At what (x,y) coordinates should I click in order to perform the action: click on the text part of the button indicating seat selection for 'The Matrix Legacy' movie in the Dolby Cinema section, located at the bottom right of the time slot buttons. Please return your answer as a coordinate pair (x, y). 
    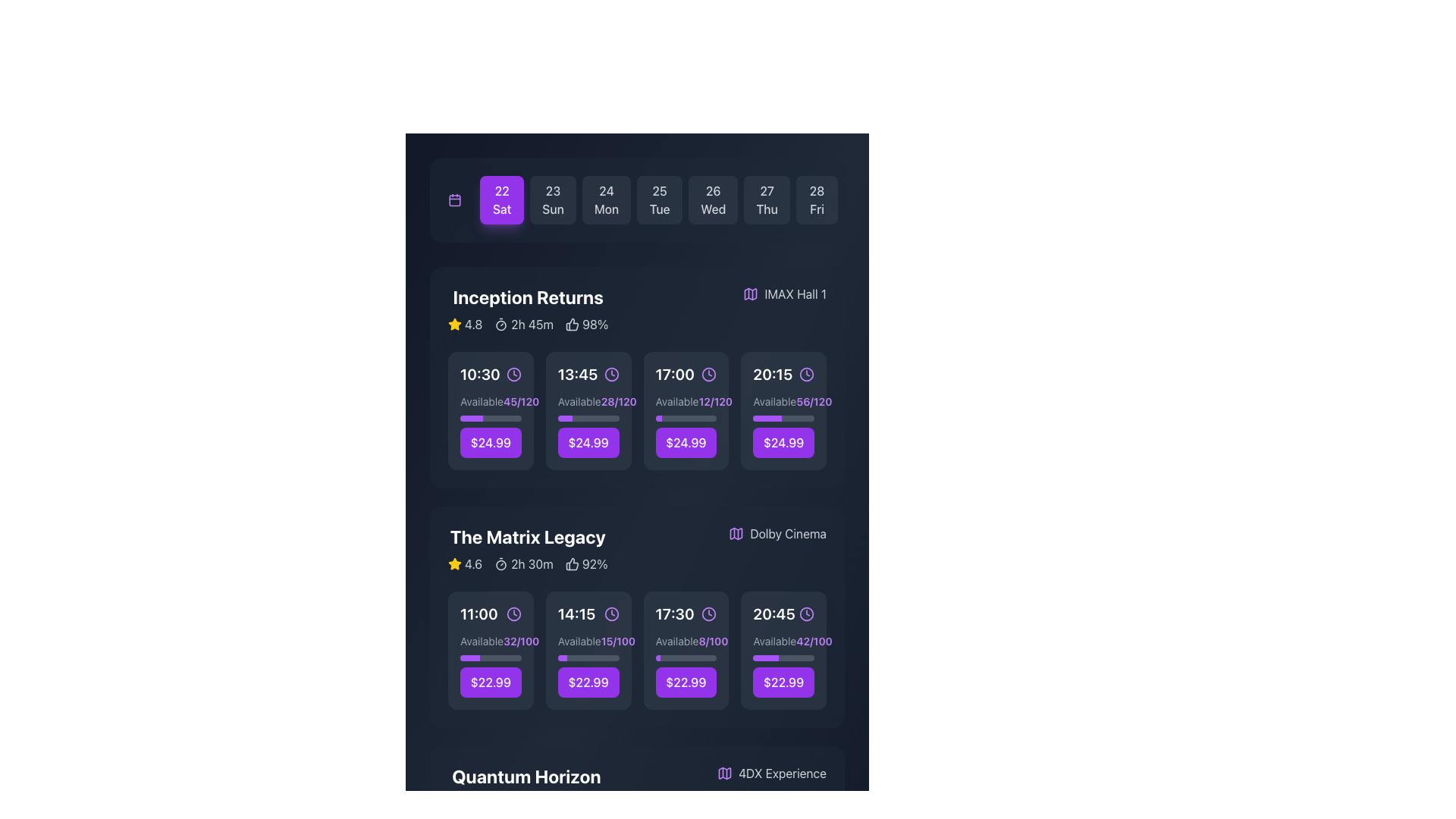
    Looking at the image, I should click on (790, 649).